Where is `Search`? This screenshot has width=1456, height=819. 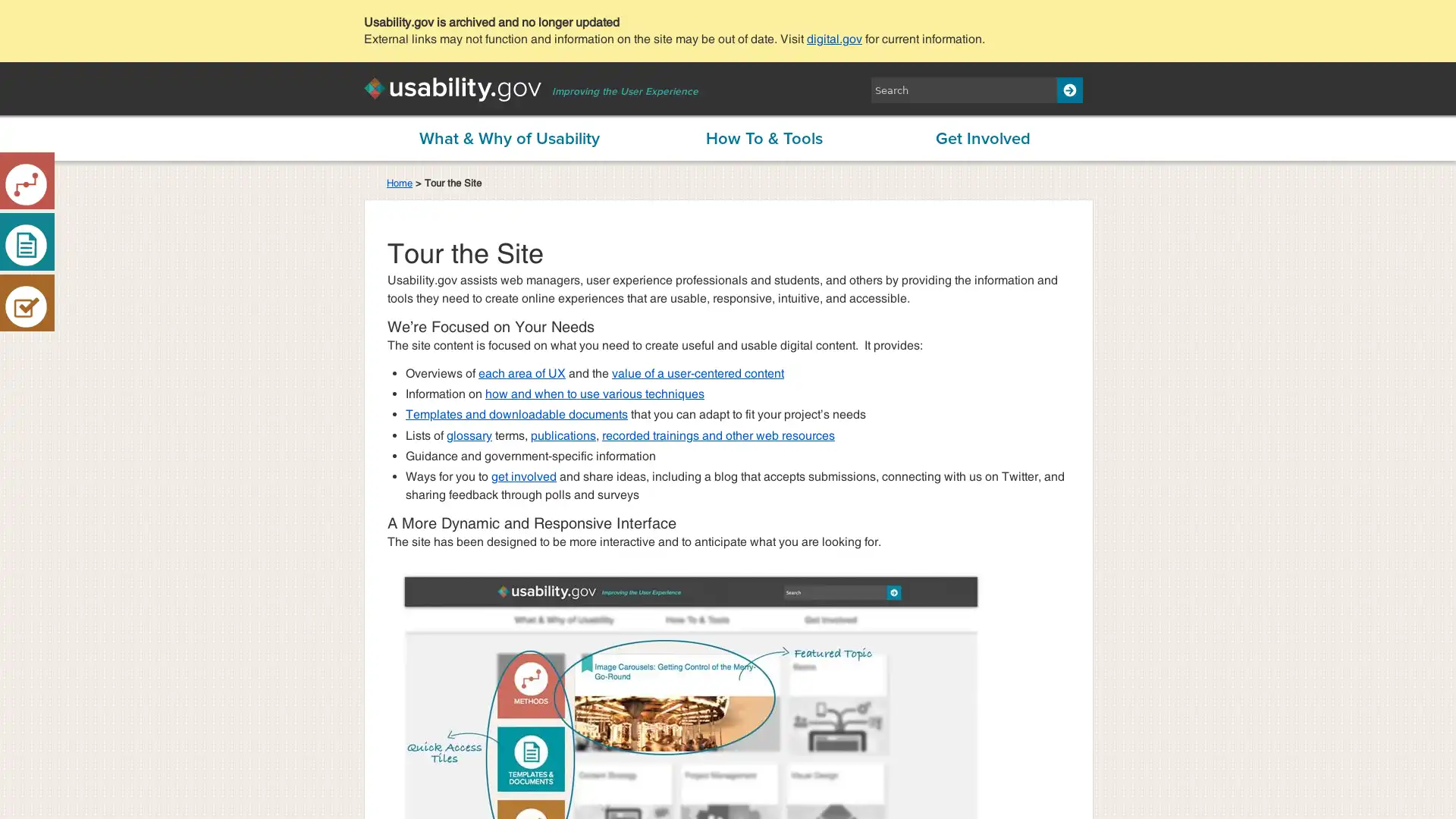
Search is located at coordinates (1069, 90).